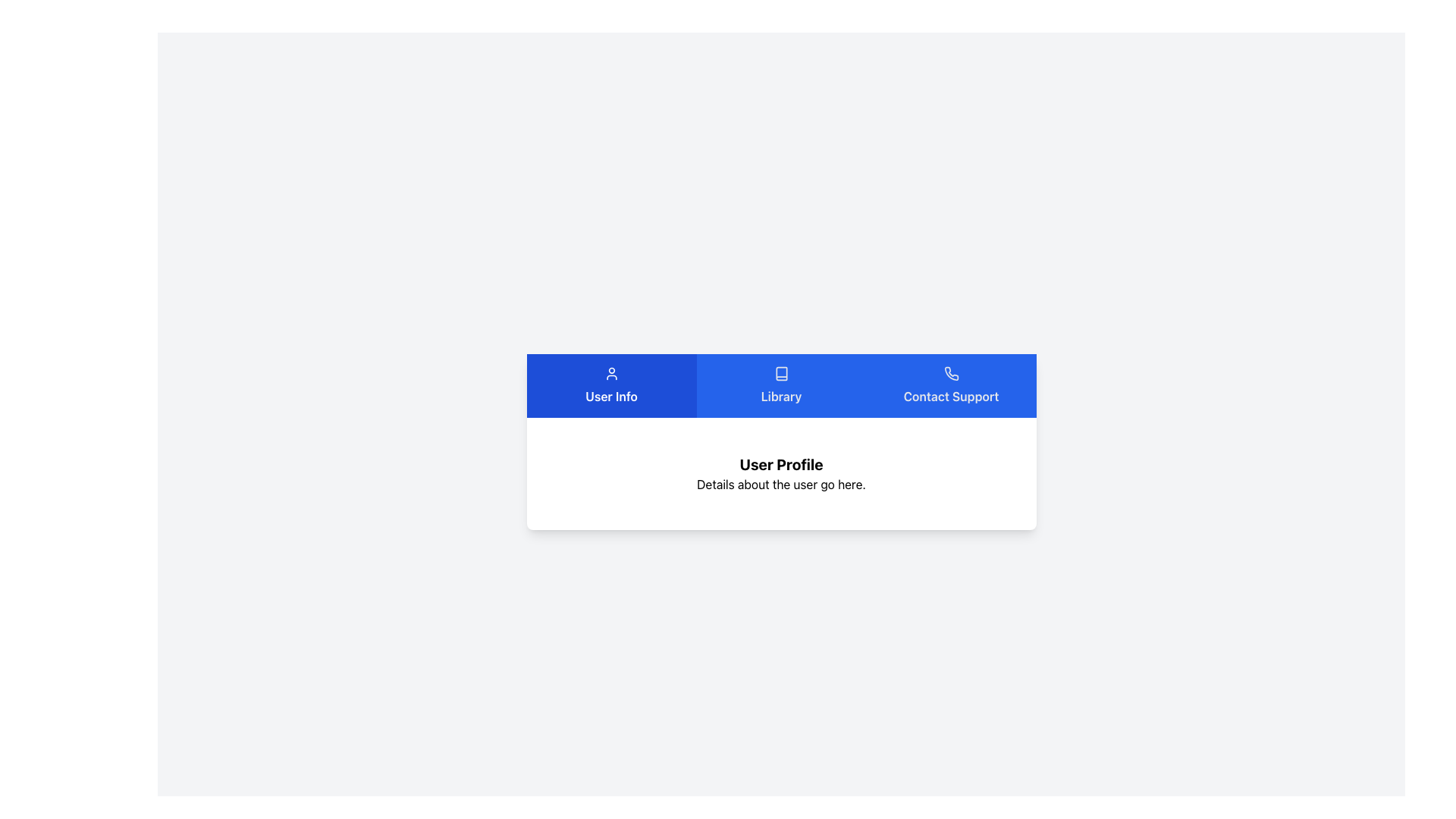  I want to click on the Text Label that serves as a header for the user profile section, located above the user details text within the card, so click(781, 464).